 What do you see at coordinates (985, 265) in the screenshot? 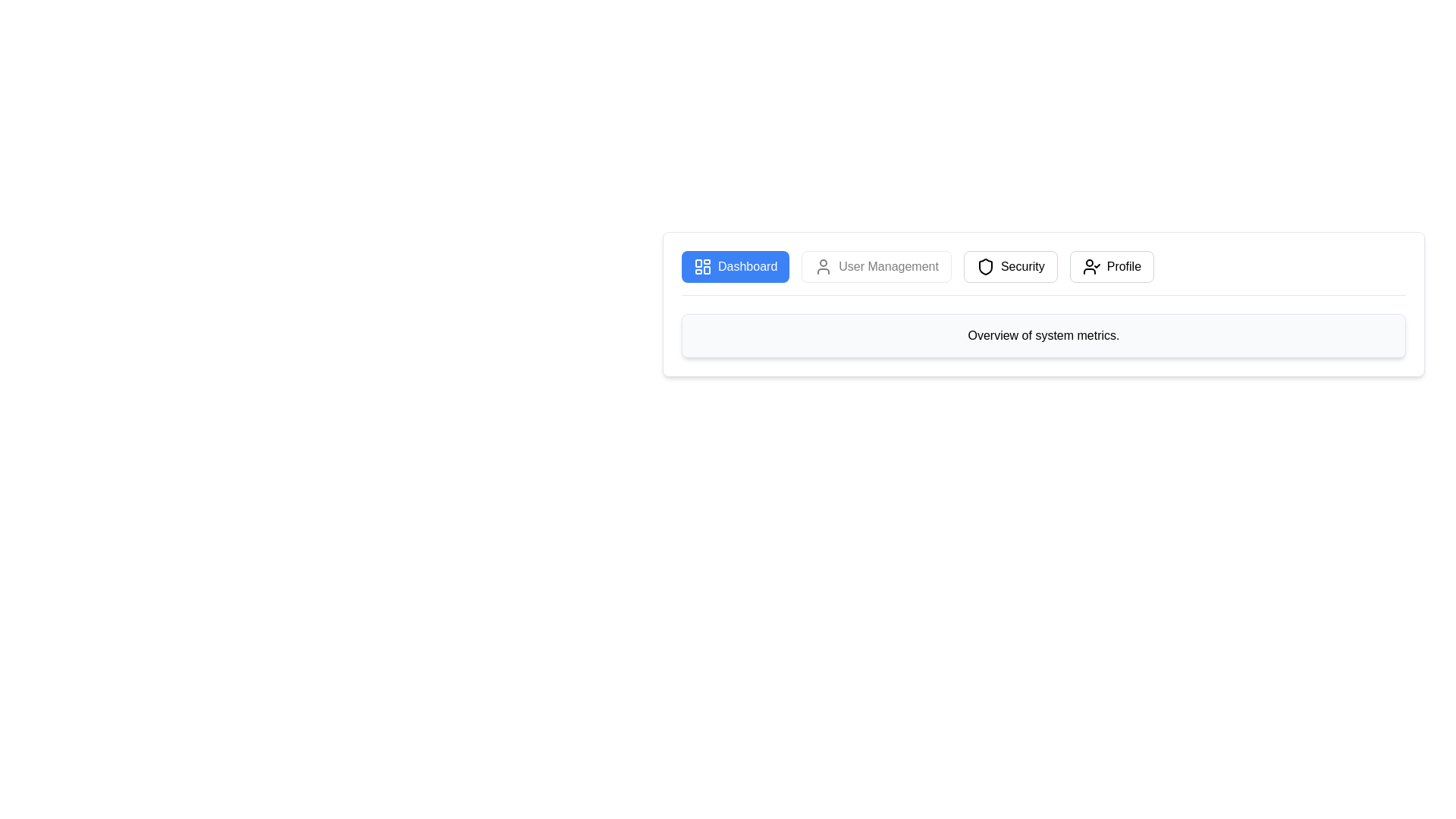
I see `the graphical representation of the shield icon located in the 'Security' tab of the navigation bar, situated between the 'User Management' and 'Profile' tabs` at bounding box center [985, 265].